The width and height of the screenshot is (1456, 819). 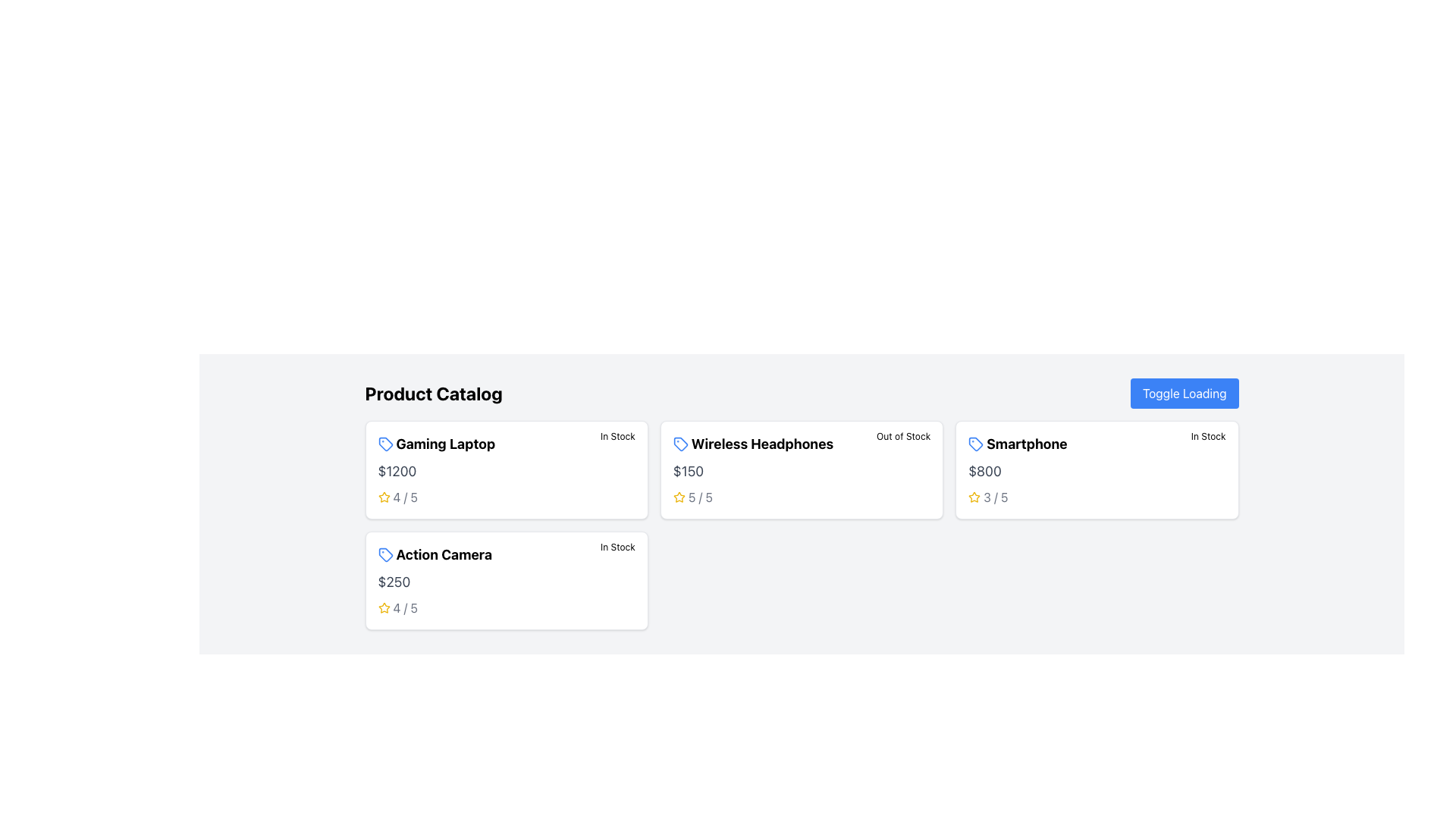 What do you see at coordinates (1064, 444) in the screenshot?
I see `text element that serves as a title or label for the product, which contains the text 'Smartphone'` at bounding box center [1064, 444].